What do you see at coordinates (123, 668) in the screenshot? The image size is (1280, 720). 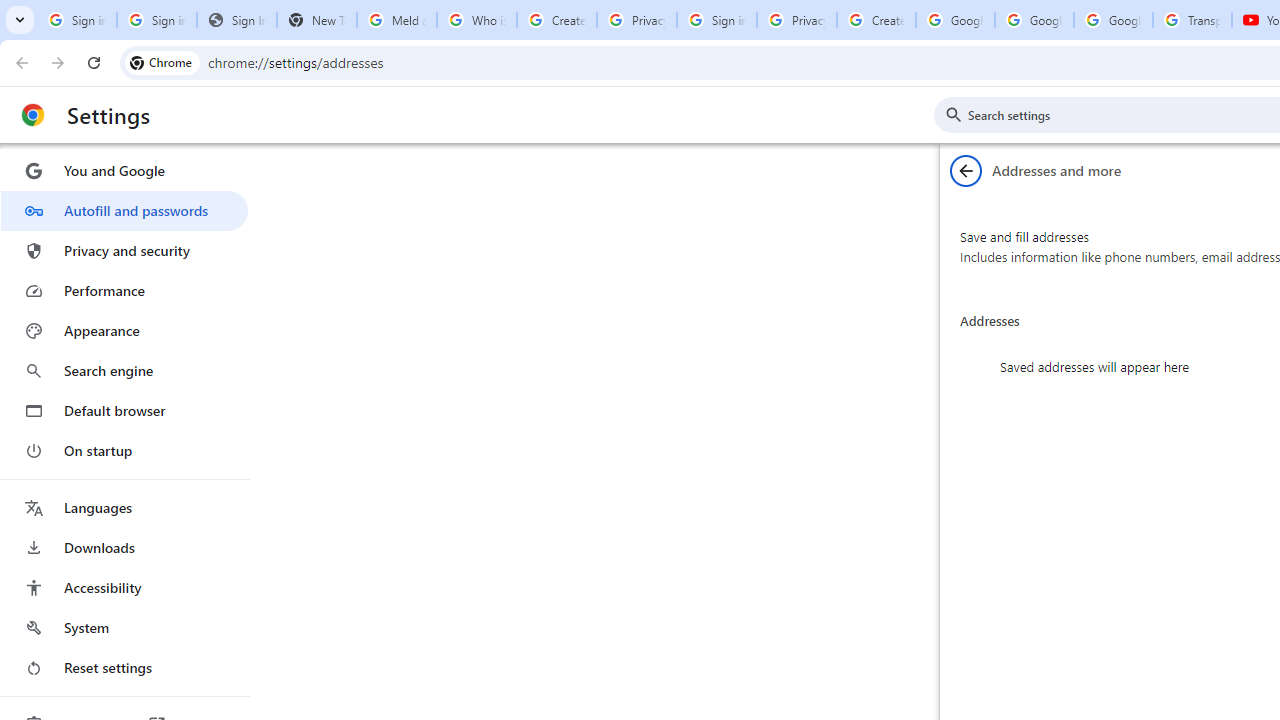 I see `'Reset settings'` at bounding box center [123, 668].